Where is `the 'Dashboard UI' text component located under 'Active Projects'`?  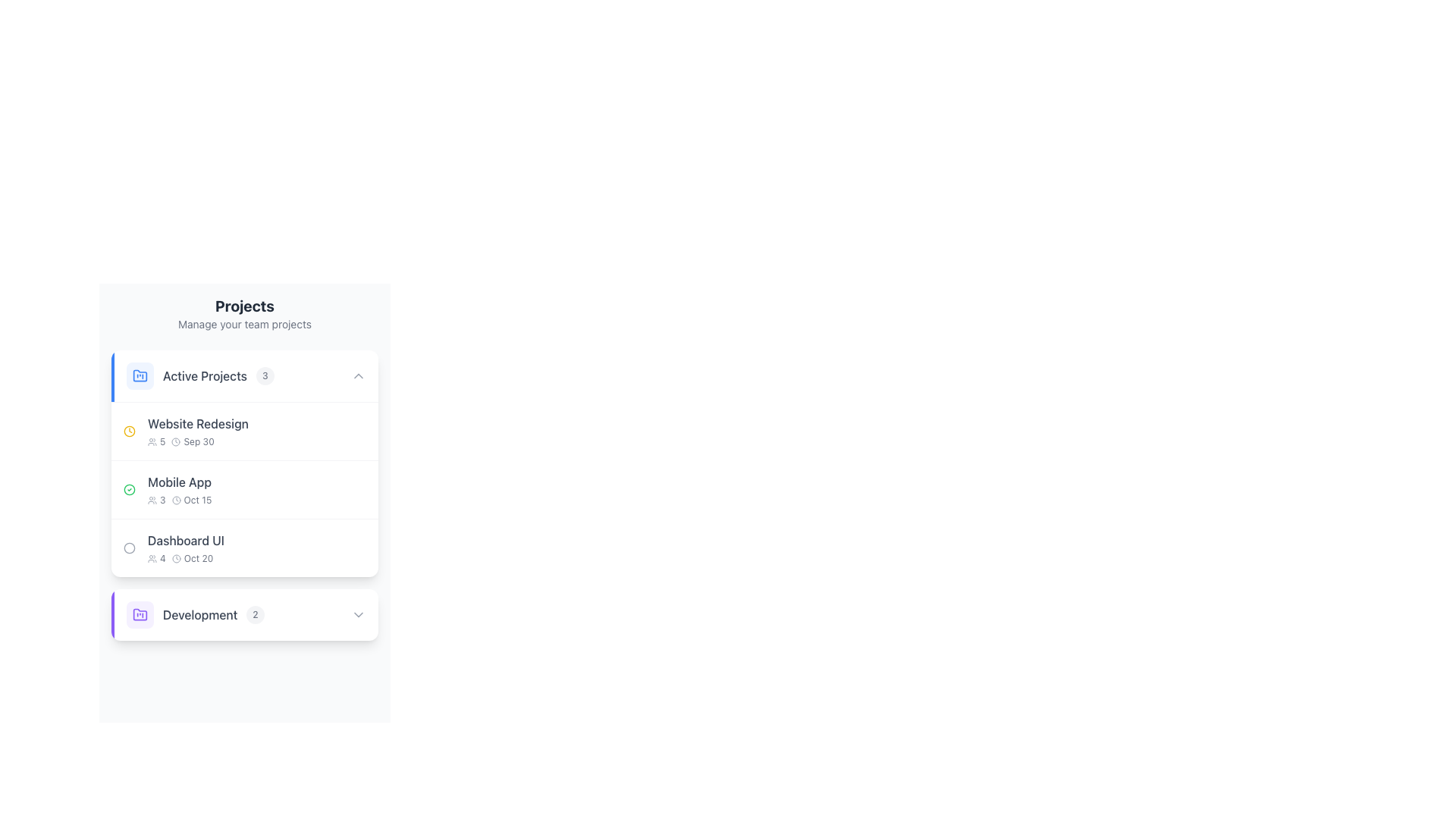 the 'Dashboard UI' text component located under 'Active Projects' is located at coordinates (185, 548).